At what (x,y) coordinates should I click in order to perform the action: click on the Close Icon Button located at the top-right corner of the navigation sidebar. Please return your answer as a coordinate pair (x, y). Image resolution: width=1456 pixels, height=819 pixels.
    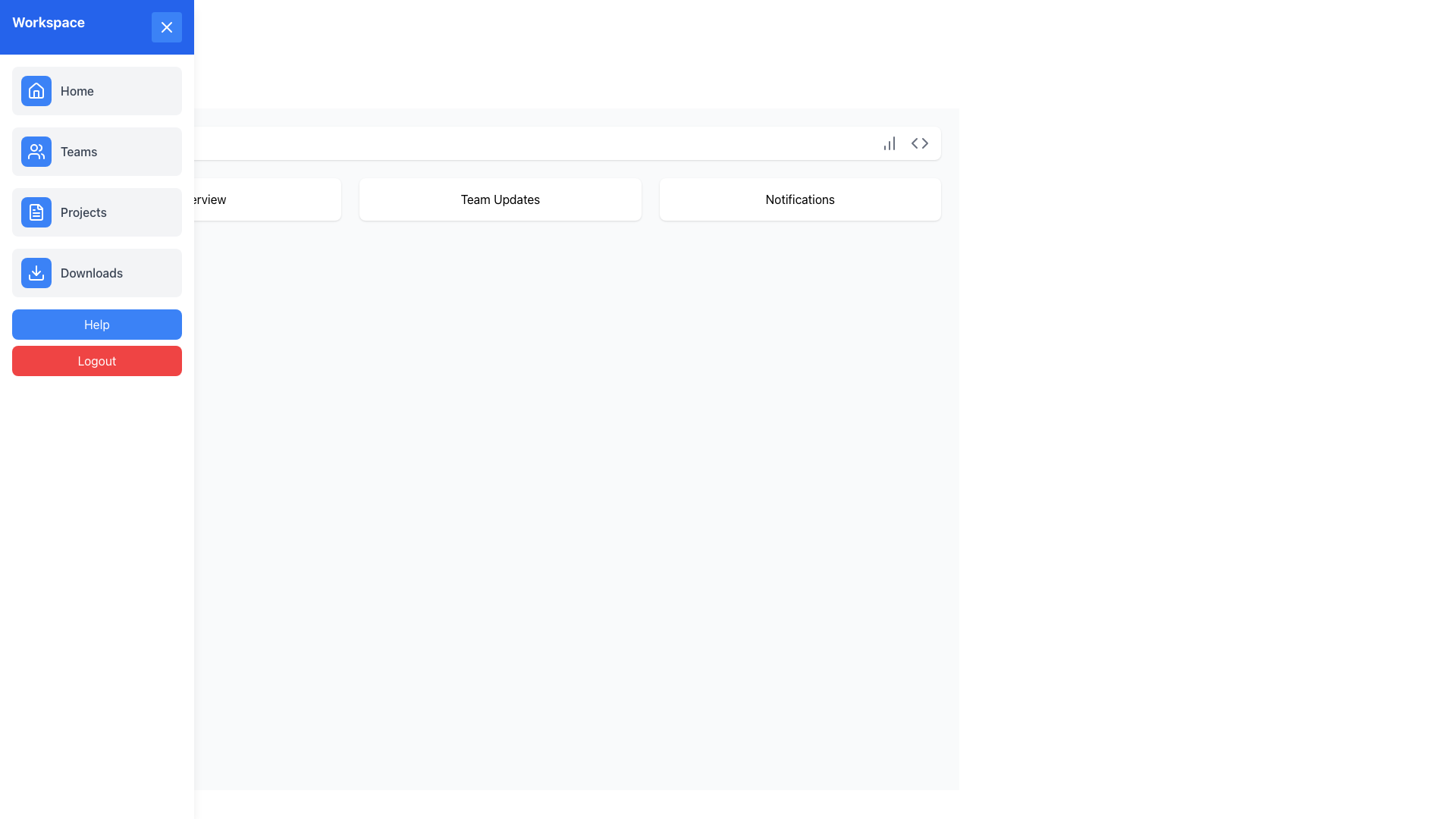
    Looking at the image, I should click on (167, 27).